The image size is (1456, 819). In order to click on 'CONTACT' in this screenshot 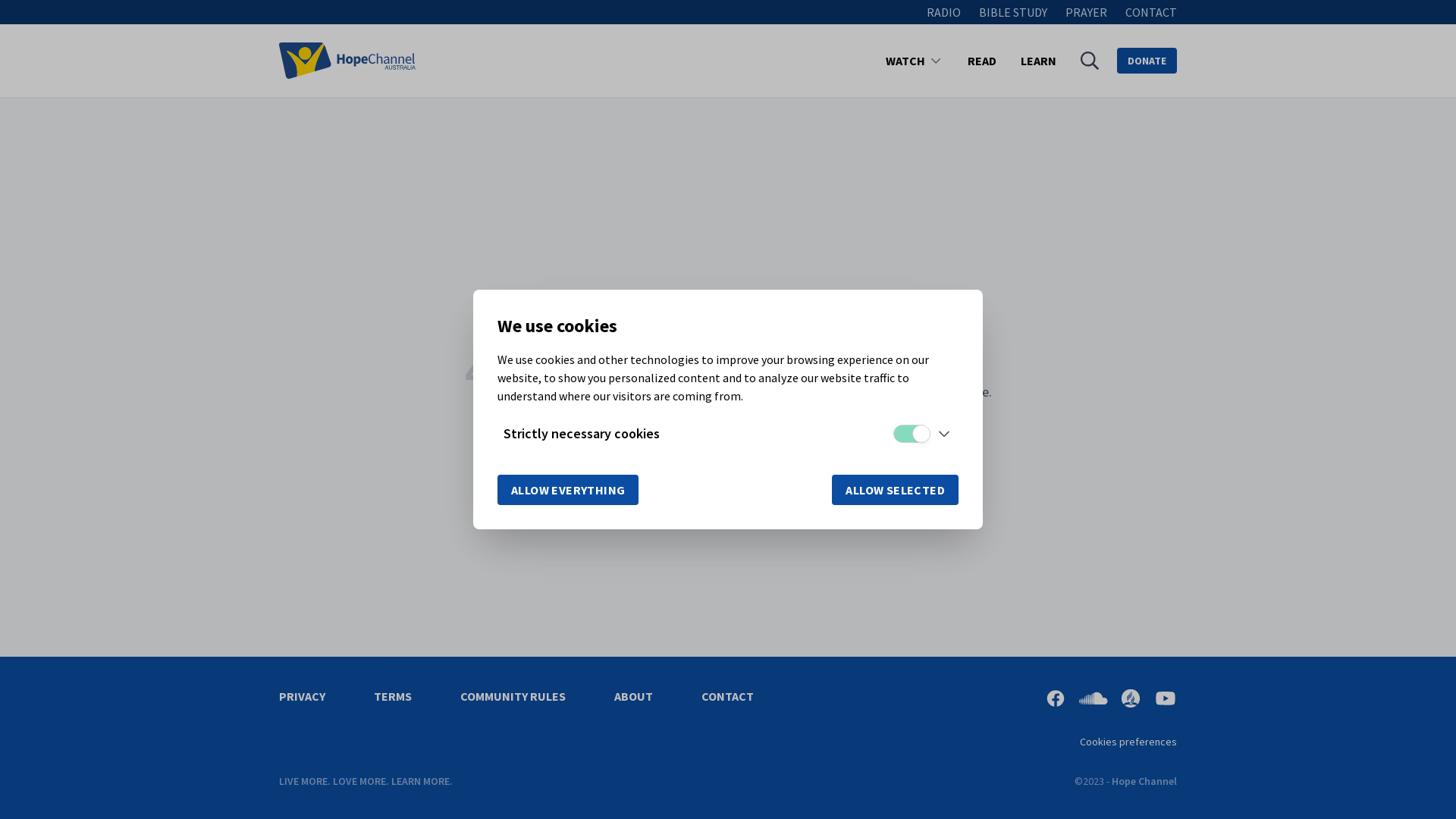, I will do `click(1150, 11)`.